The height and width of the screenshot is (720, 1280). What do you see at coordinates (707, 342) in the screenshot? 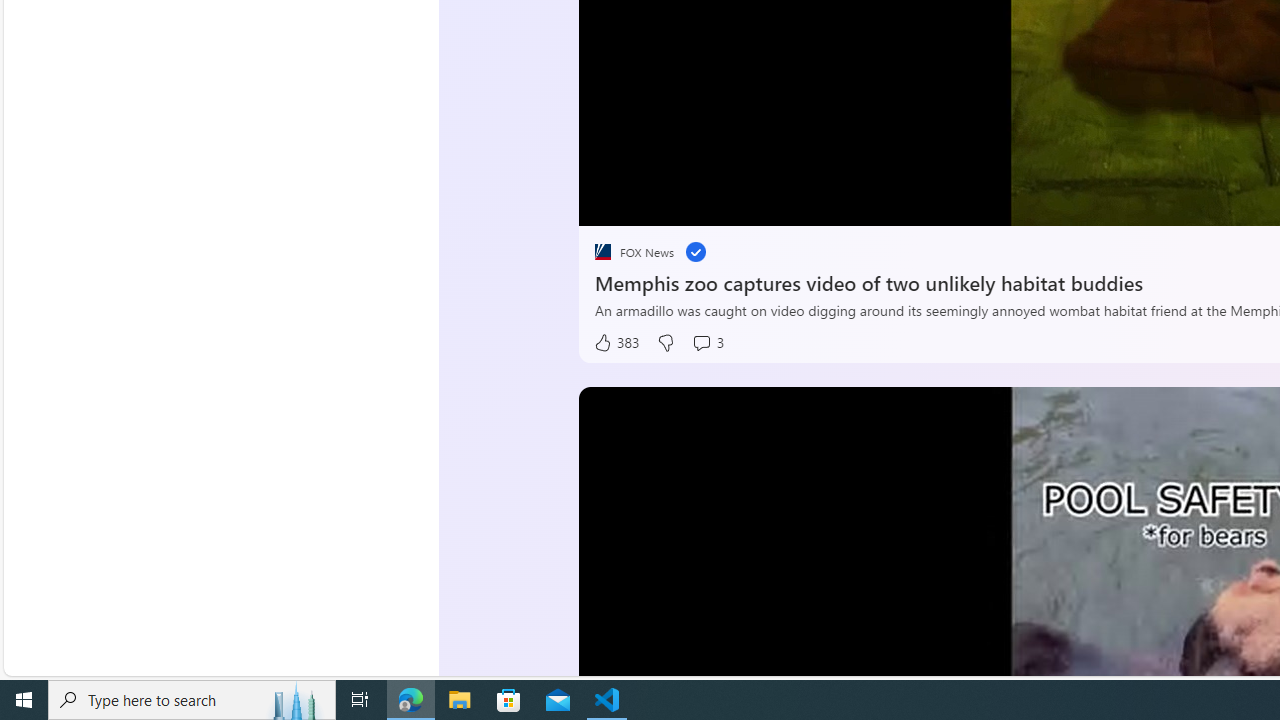
I see `'View comments 3 Comment'` at bounding box center [707, 342].